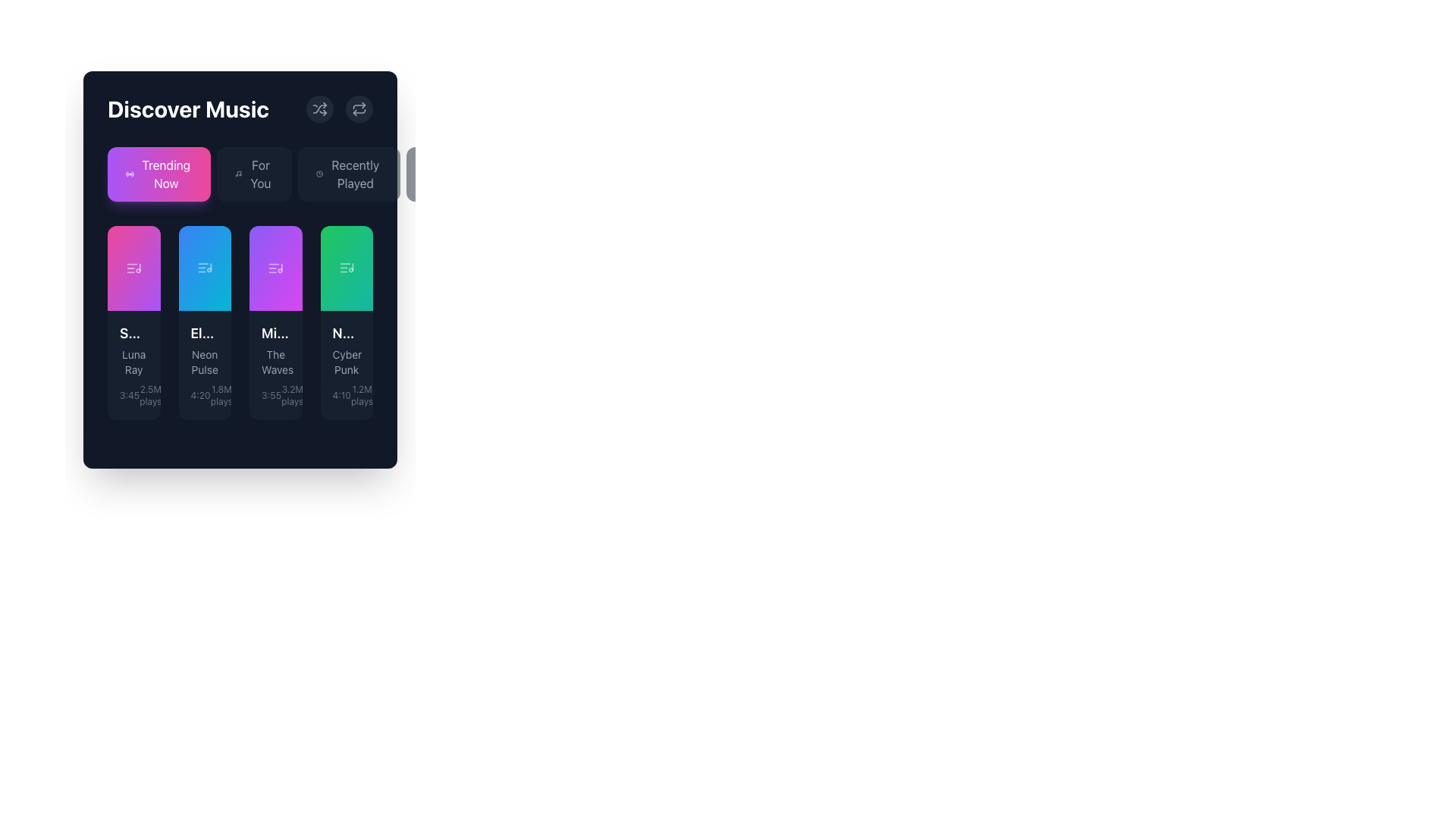 The width and height of the screenshot is (1456, 819). I want to click on the first ListItem in the 'Trending Now' section, which displays the song title 'Summer Nights' with the artist name 'Luna Ray' and additional metadata, so click(133, 366).